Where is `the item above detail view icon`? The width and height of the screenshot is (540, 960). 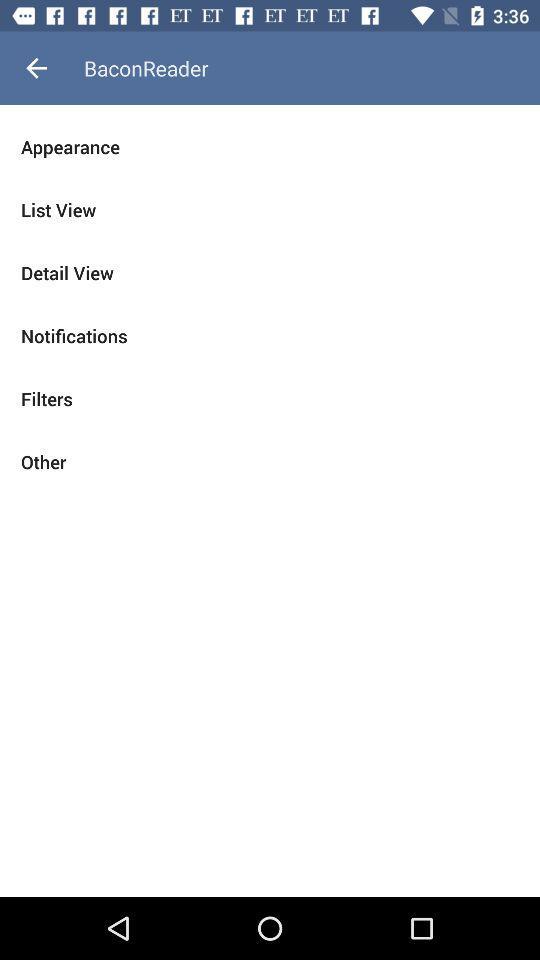
the item above detail view icon is located at coordinates (270, 210).